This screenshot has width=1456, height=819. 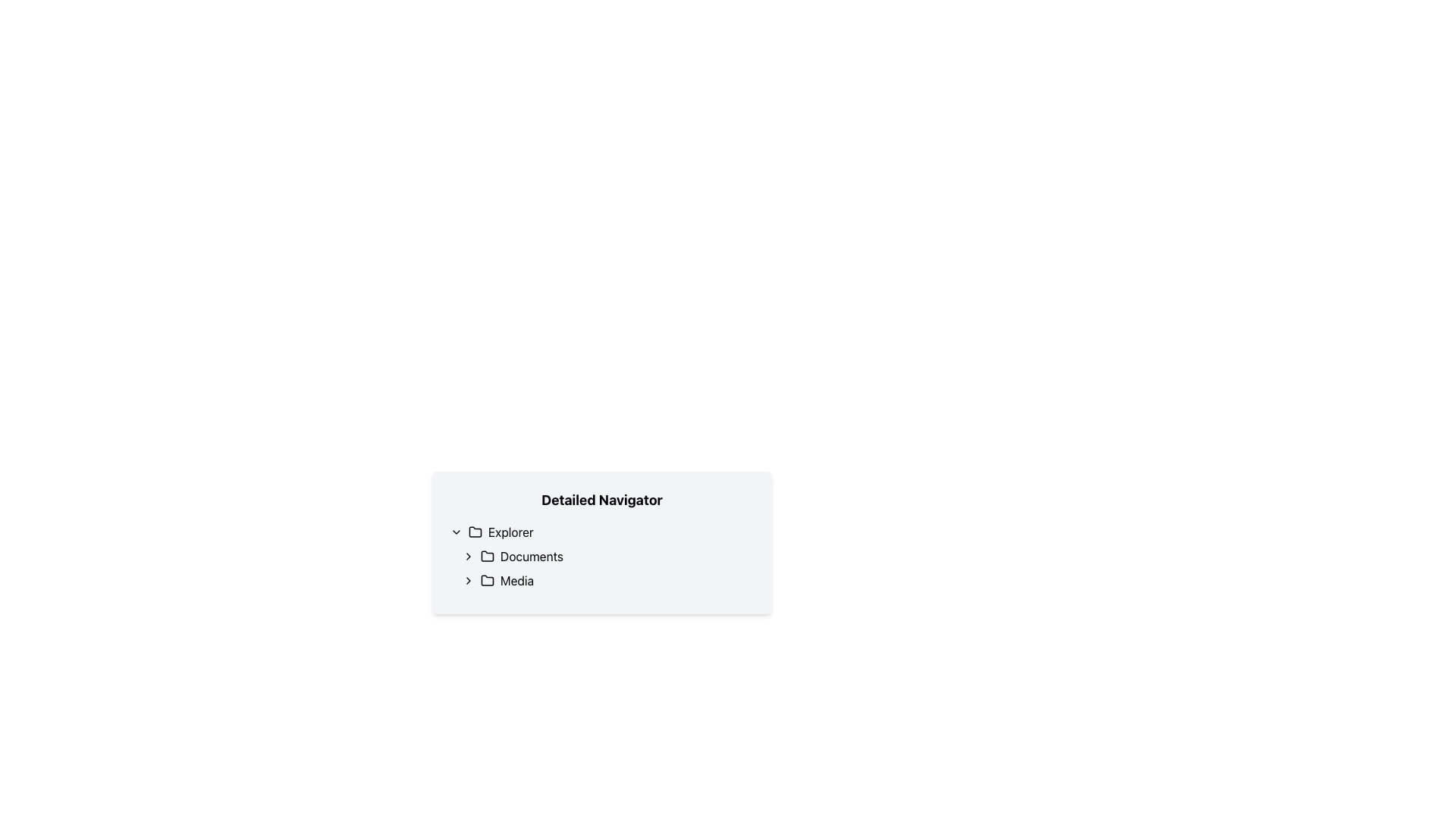 I want to click on the 'Media' folder icon in the Detailed Navigator UI panel, so click(x=488, y=579).